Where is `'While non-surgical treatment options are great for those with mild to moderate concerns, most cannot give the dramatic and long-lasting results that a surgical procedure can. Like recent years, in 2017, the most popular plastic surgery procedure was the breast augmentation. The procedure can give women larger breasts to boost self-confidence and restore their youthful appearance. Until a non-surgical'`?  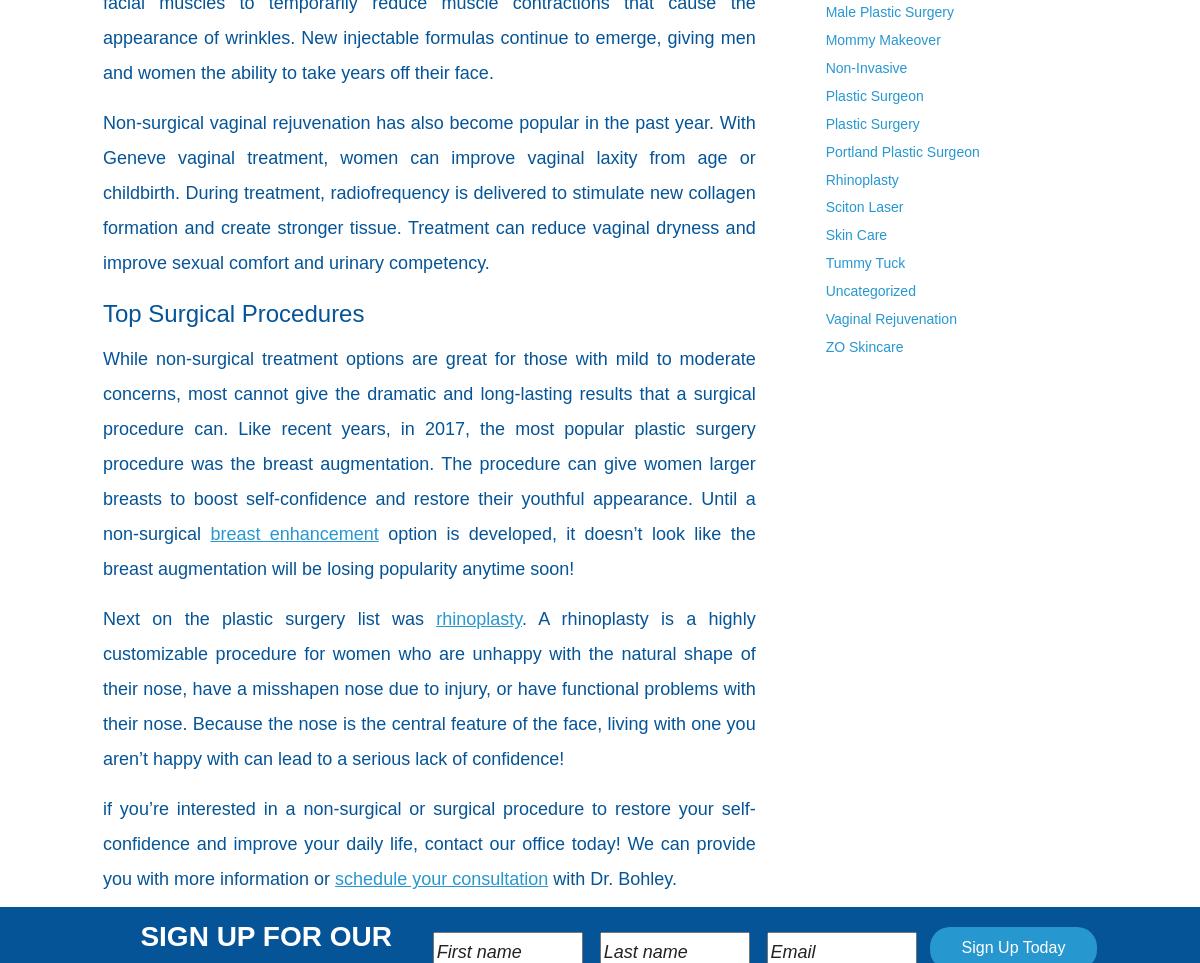
'While non-surgical treatment options are great for those with mild to moderate concerns, most cannot give the dramatic and long-lasting results that a surgical procedure can. Like recent years, in 2017, the most popular plastic surgery procedure was the breast augmentation. The procedure can give women larger breasts to boost self-confidence and restore their youthful appearance. Until a non-surgical' is located at coordinates (429, 445).